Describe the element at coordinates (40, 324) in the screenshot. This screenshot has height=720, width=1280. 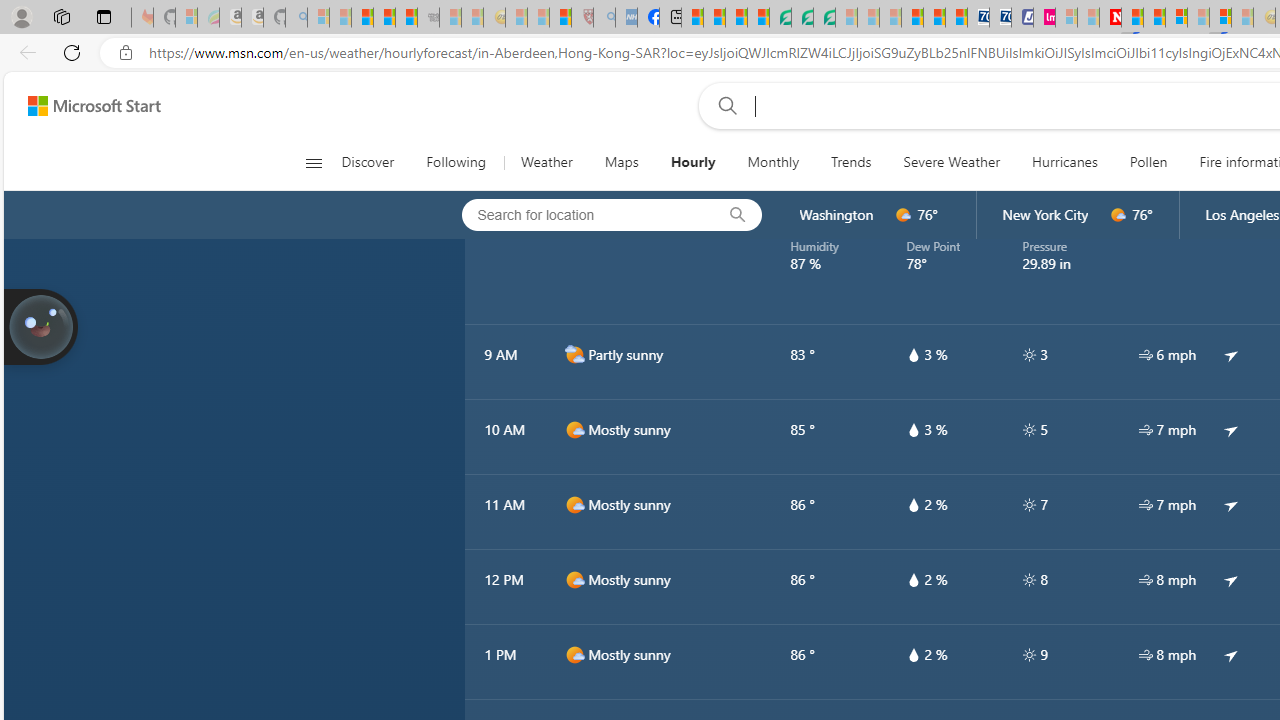
I see `'Join us in planting real trees to help our planet!'` at that location.